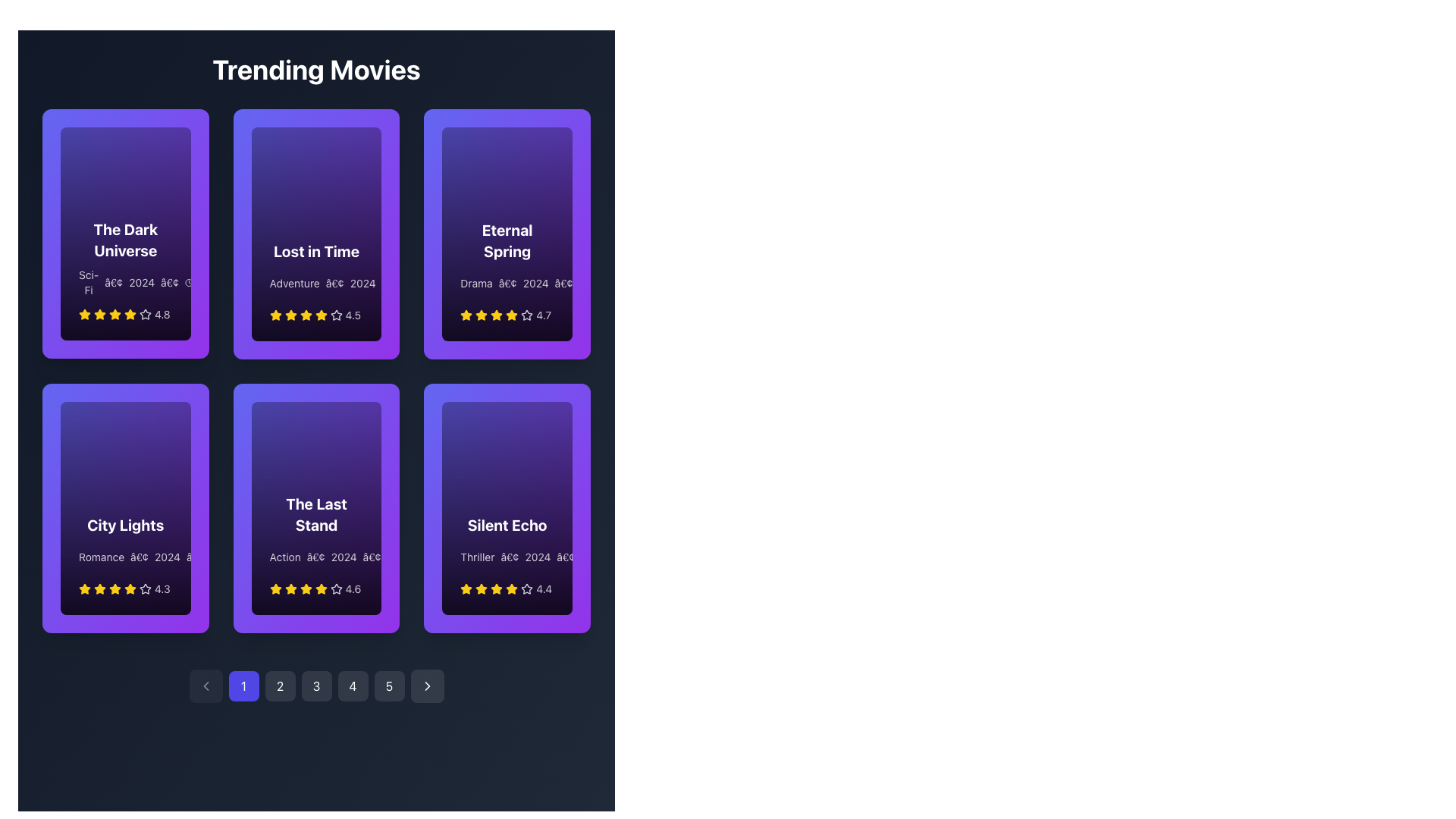 This screenshot has width=1456, height=819. I want to click on the fourth yellow star icon in the rating system of the 'Lost in Time' movie card, so click(305, 314).